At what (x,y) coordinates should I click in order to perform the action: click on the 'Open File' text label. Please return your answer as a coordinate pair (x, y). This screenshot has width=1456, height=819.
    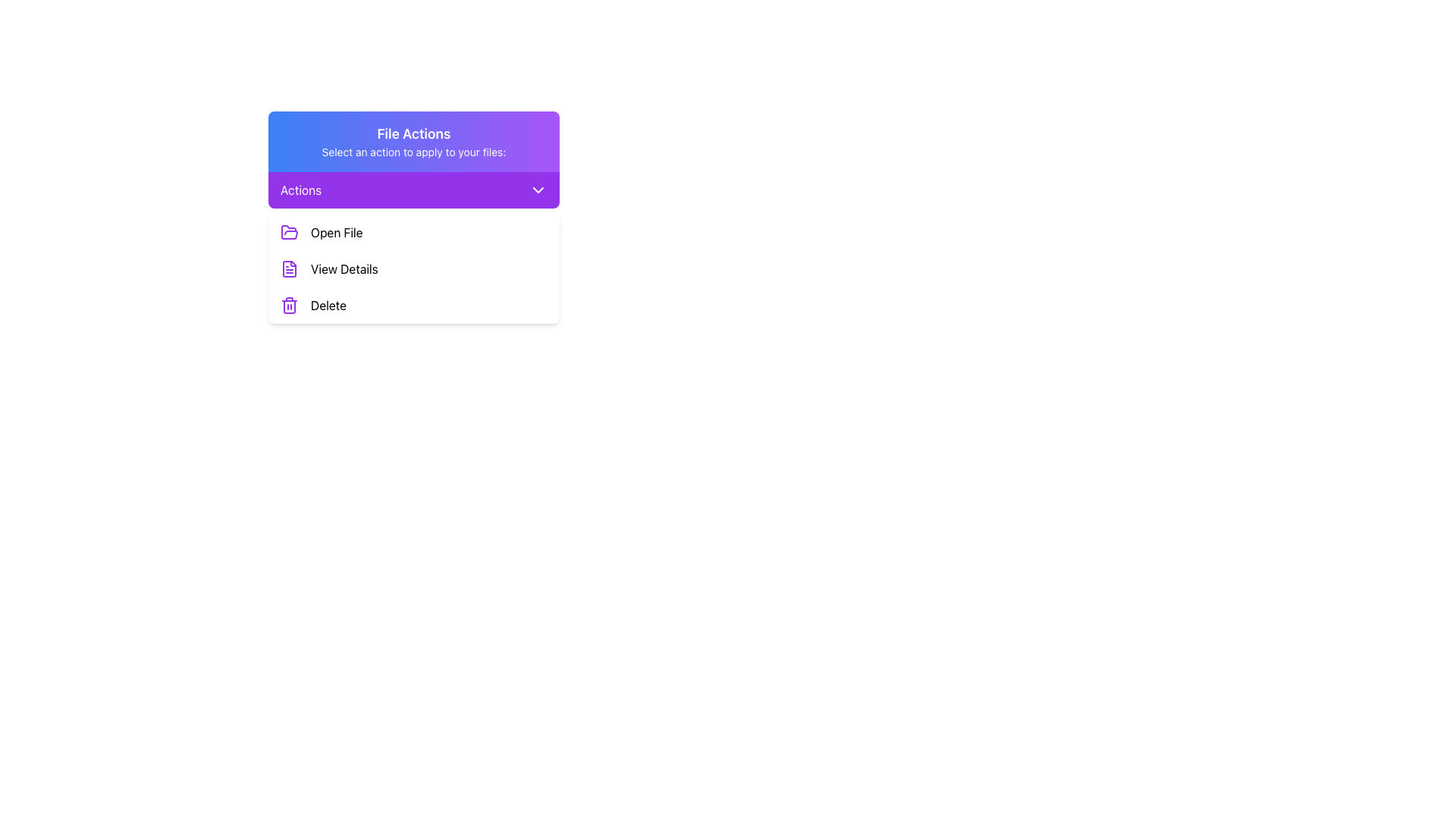
    Looking at the image, I should click on (336, 233).